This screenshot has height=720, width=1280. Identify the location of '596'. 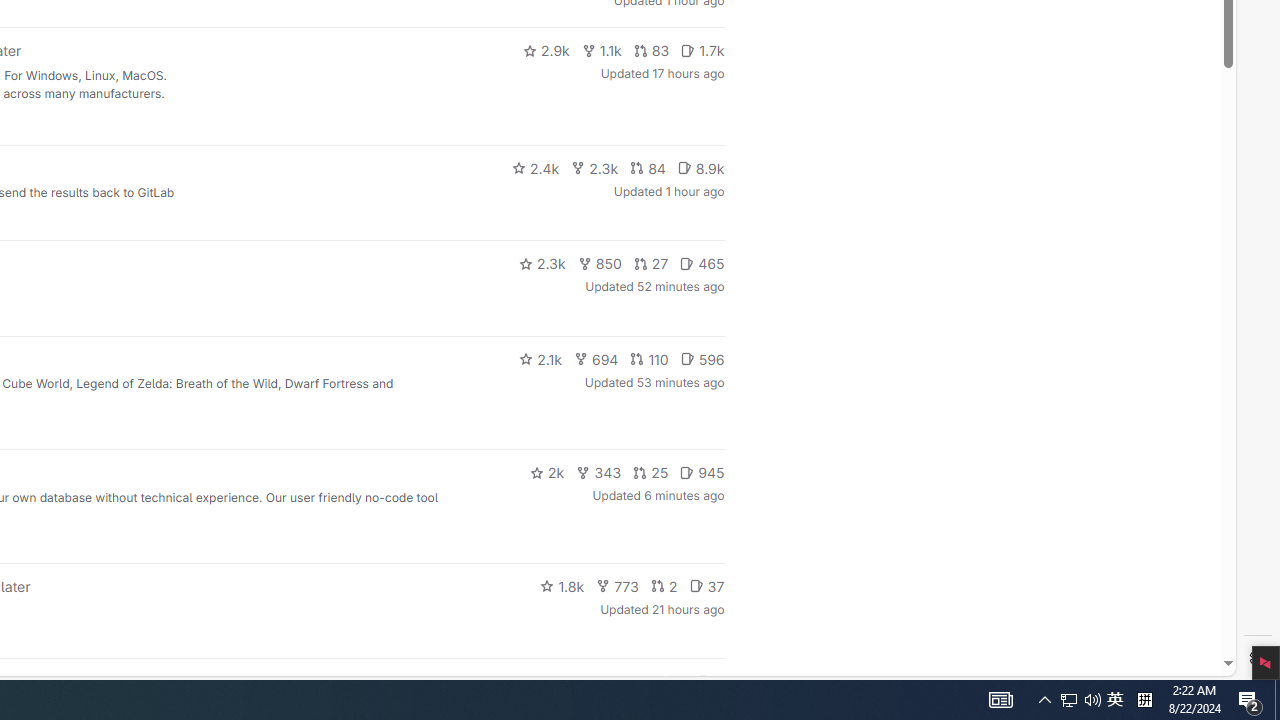
(702, 357).